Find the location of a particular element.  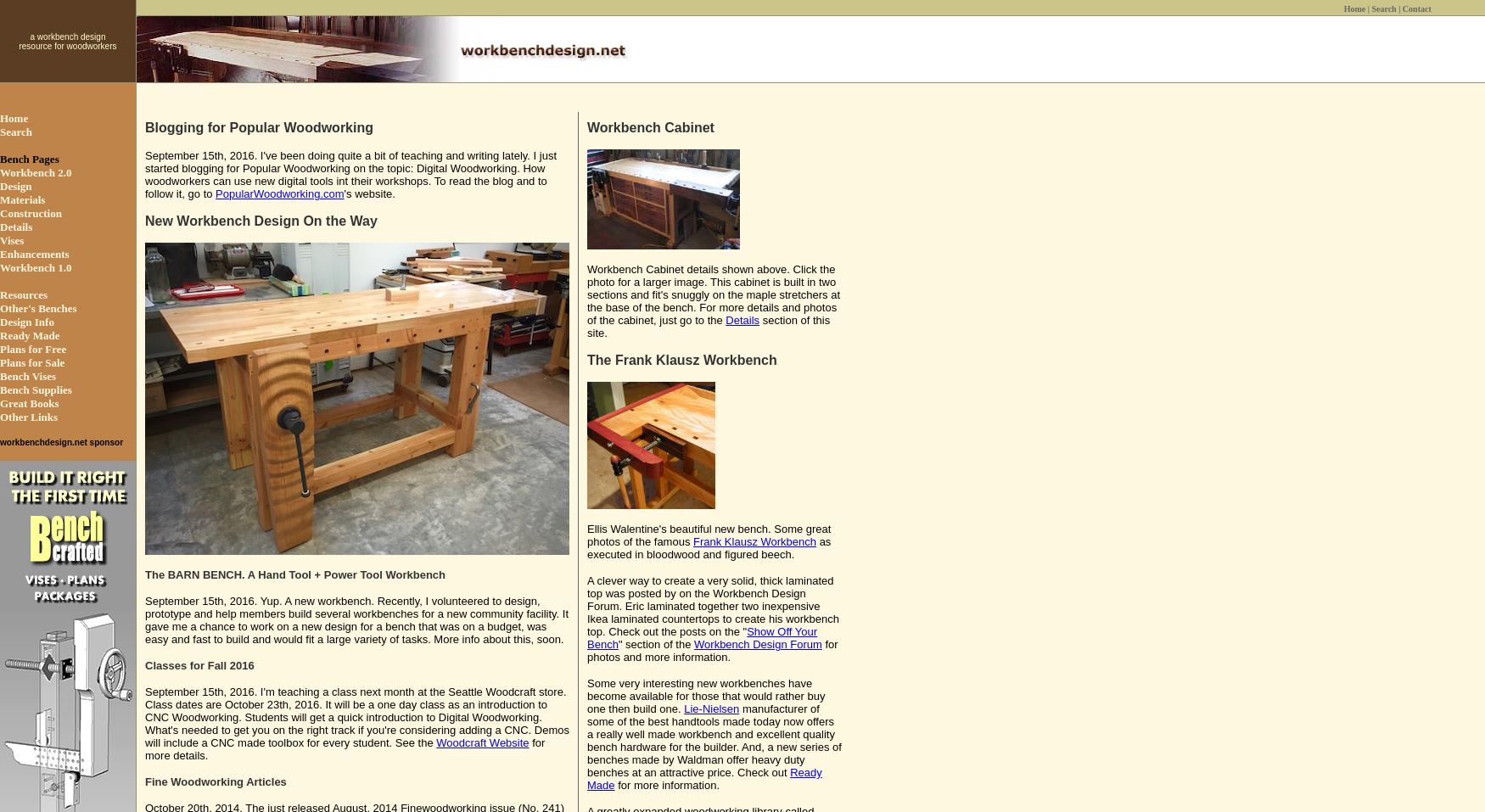

'Vises' is located at coordinates (11, 239).